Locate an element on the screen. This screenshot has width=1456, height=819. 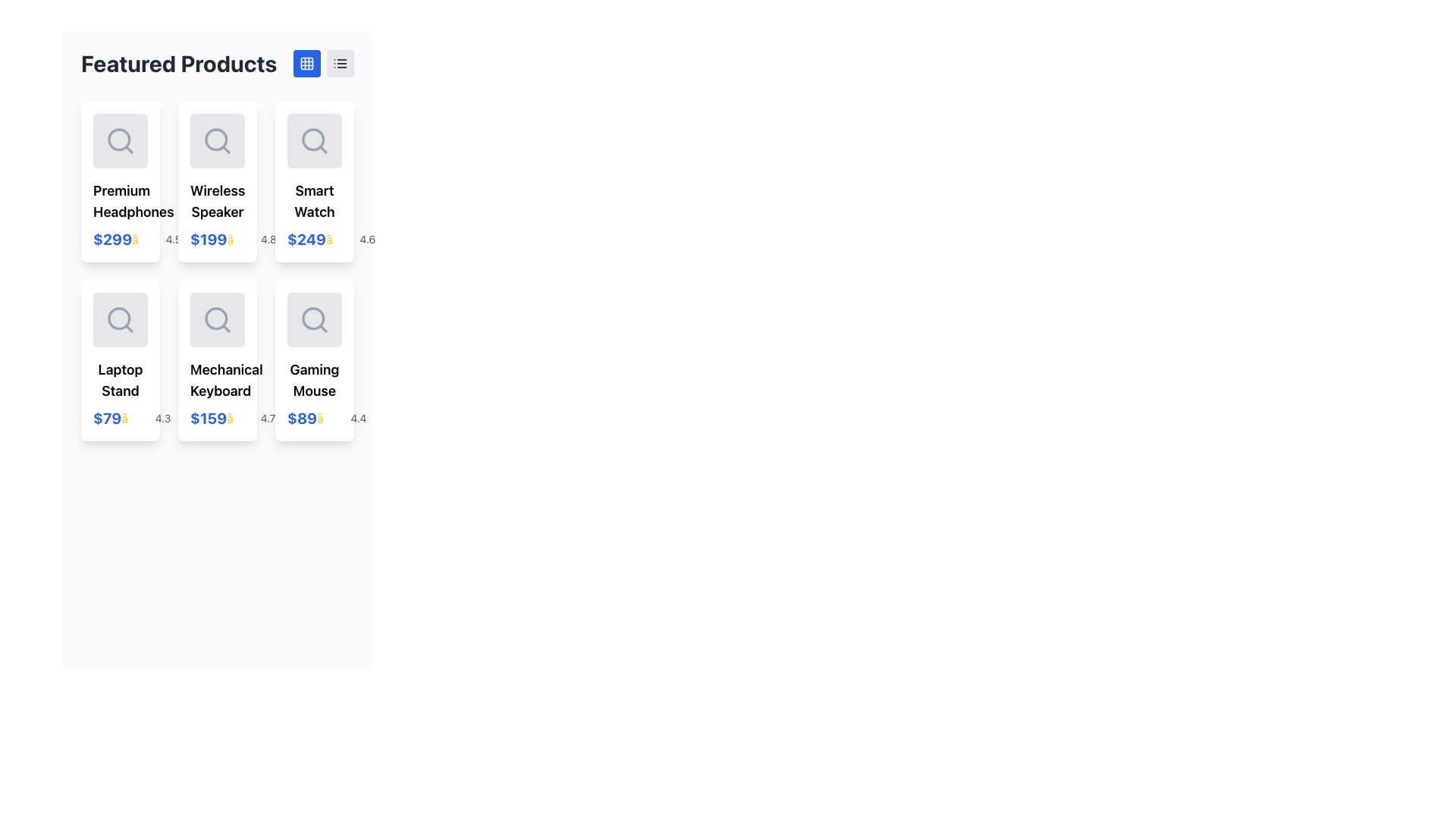
the price and customer rating element for the 'Laptop Stand' product located at the bottom section of the card is located at coordinates (119, 418).